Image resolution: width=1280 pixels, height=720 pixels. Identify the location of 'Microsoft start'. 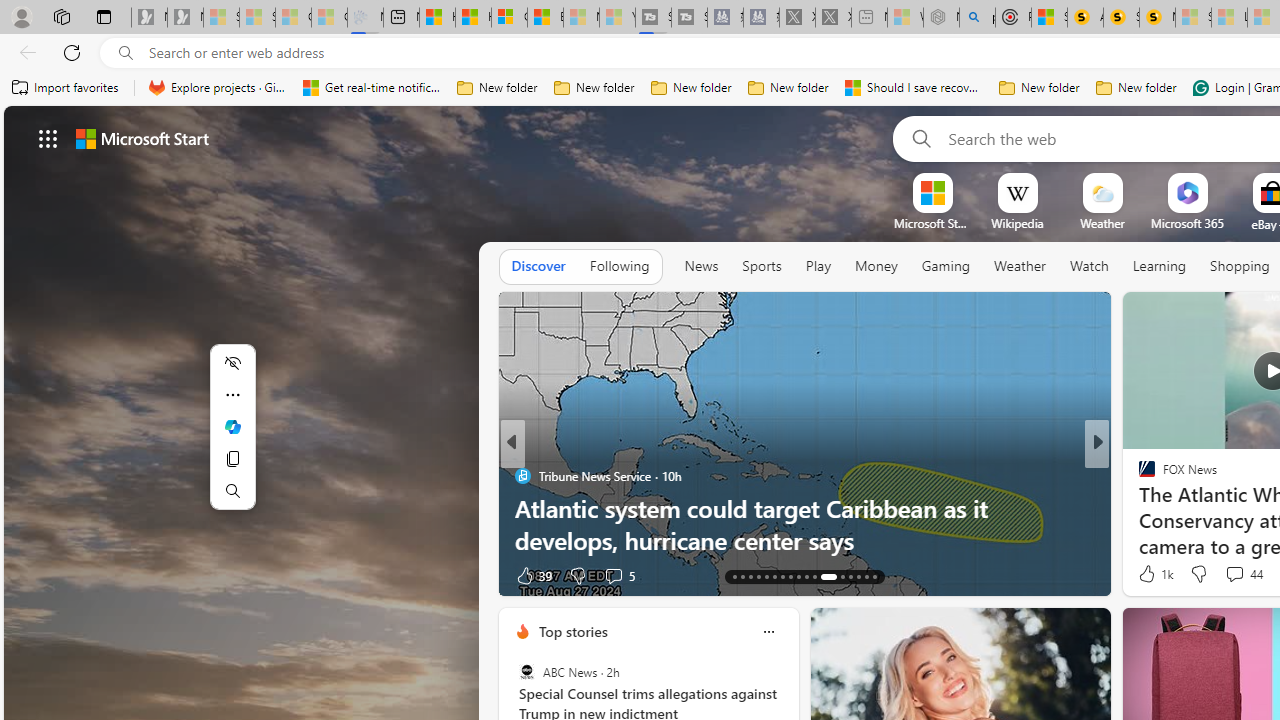
(141, 137).